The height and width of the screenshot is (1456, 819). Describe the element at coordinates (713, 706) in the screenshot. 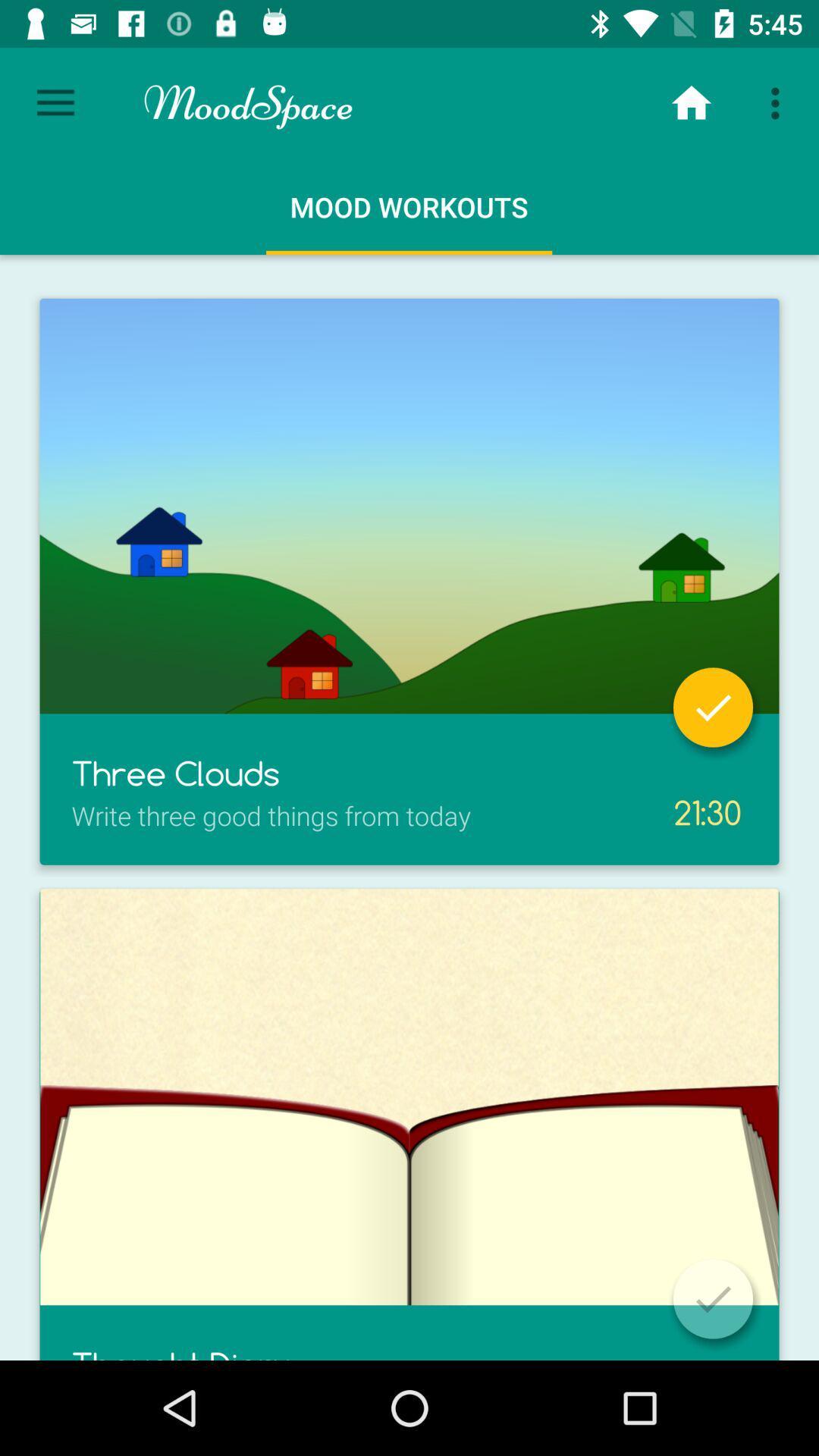

I see `specific part is finished` at that location.